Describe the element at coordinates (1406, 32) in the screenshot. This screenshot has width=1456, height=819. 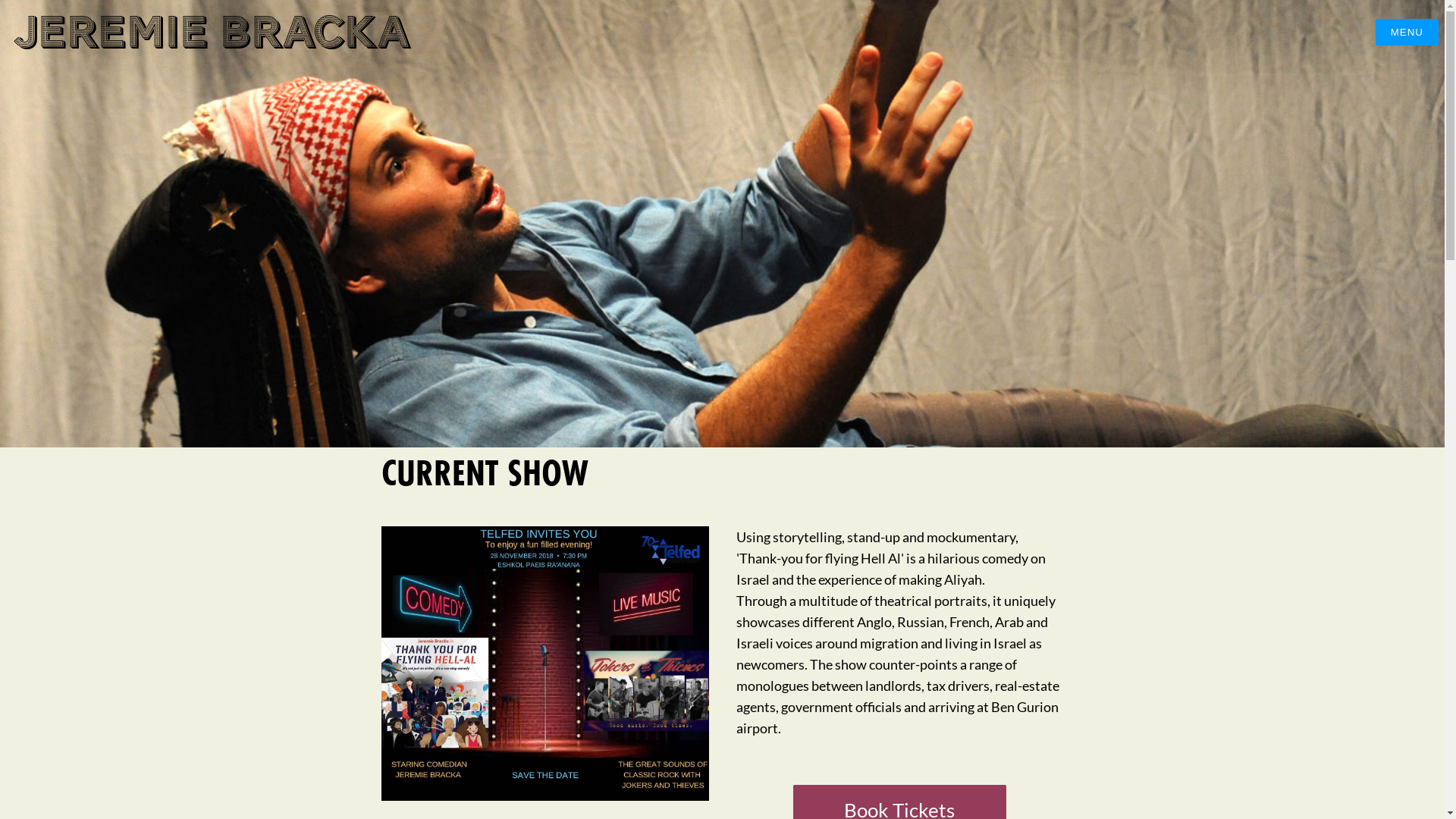
I see `'MENU'` at that location.